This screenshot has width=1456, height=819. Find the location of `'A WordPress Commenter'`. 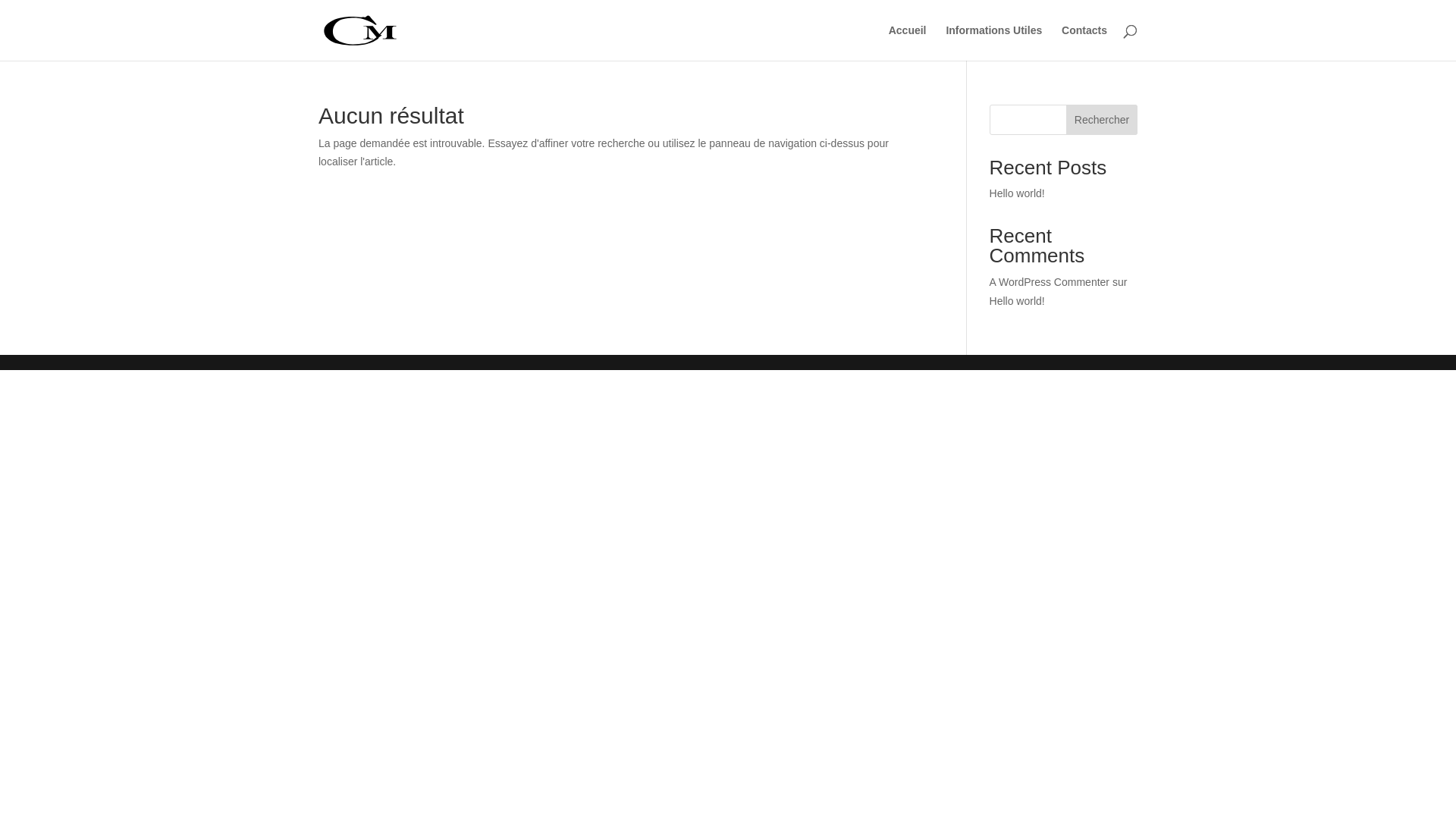

'A WordPress Commenter' is located at coordinates (1048, 281).